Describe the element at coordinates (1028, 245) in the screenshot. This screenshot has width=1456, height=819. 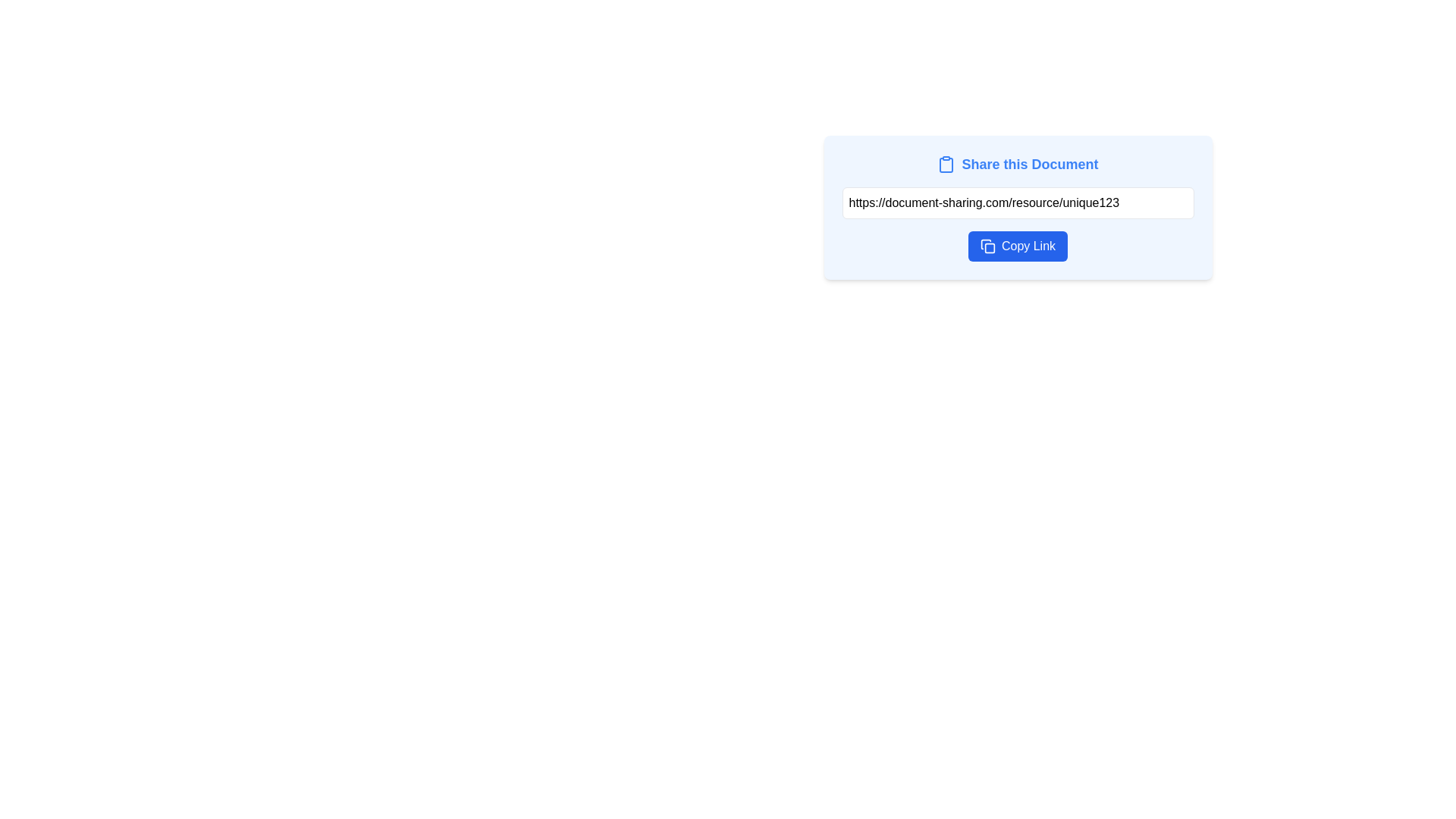
I see `the 'Copy Link' label, which is styled in white font on a bold blue background and is part of a rounded button in the document sharing interface` at that location.